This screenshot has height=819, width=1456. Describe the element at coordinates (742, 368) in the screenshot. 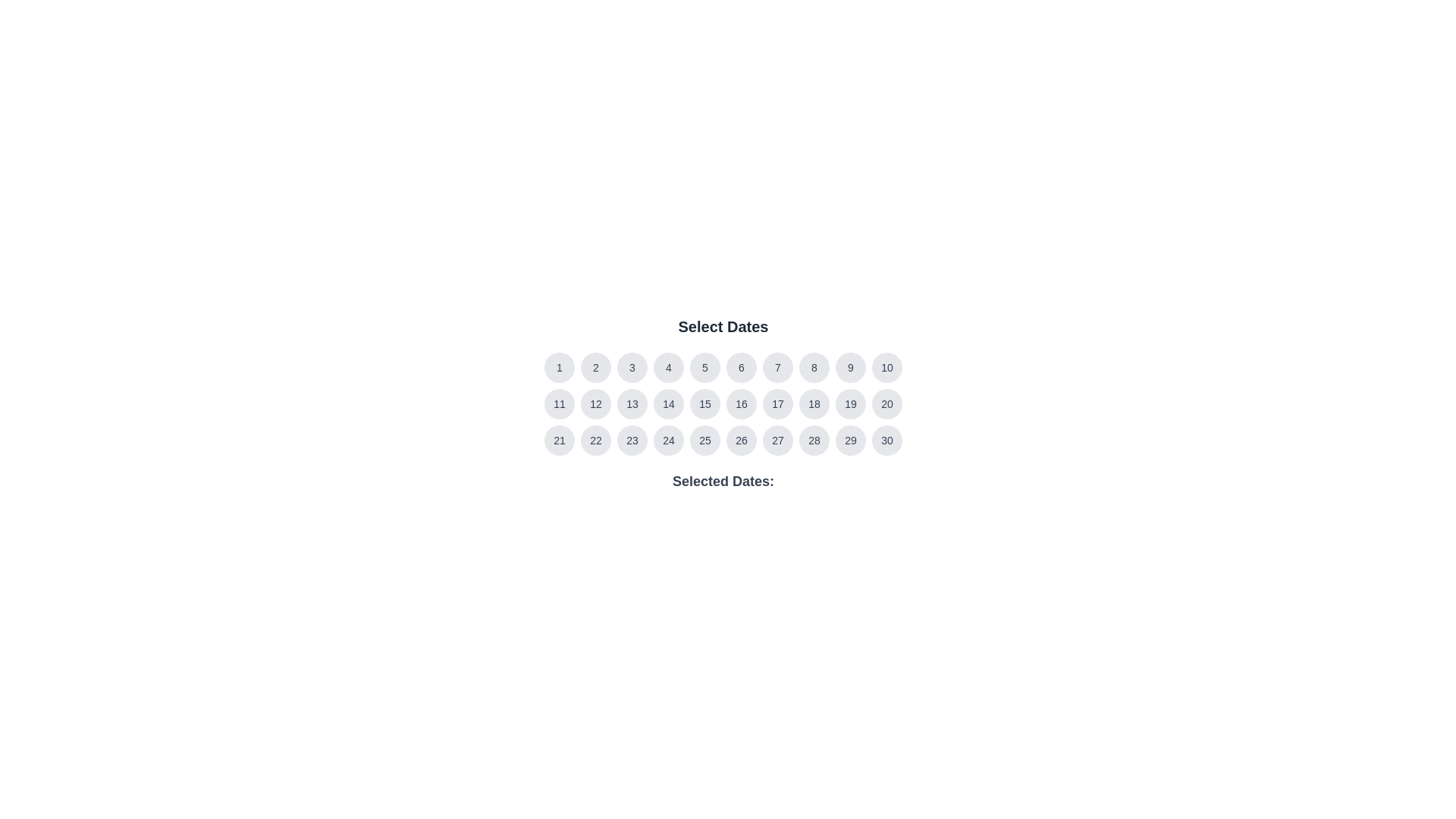

I see `the button representing the value '6', which is the sixth button in the first row of a grid layout below the 'Select Dates' label` at that location.